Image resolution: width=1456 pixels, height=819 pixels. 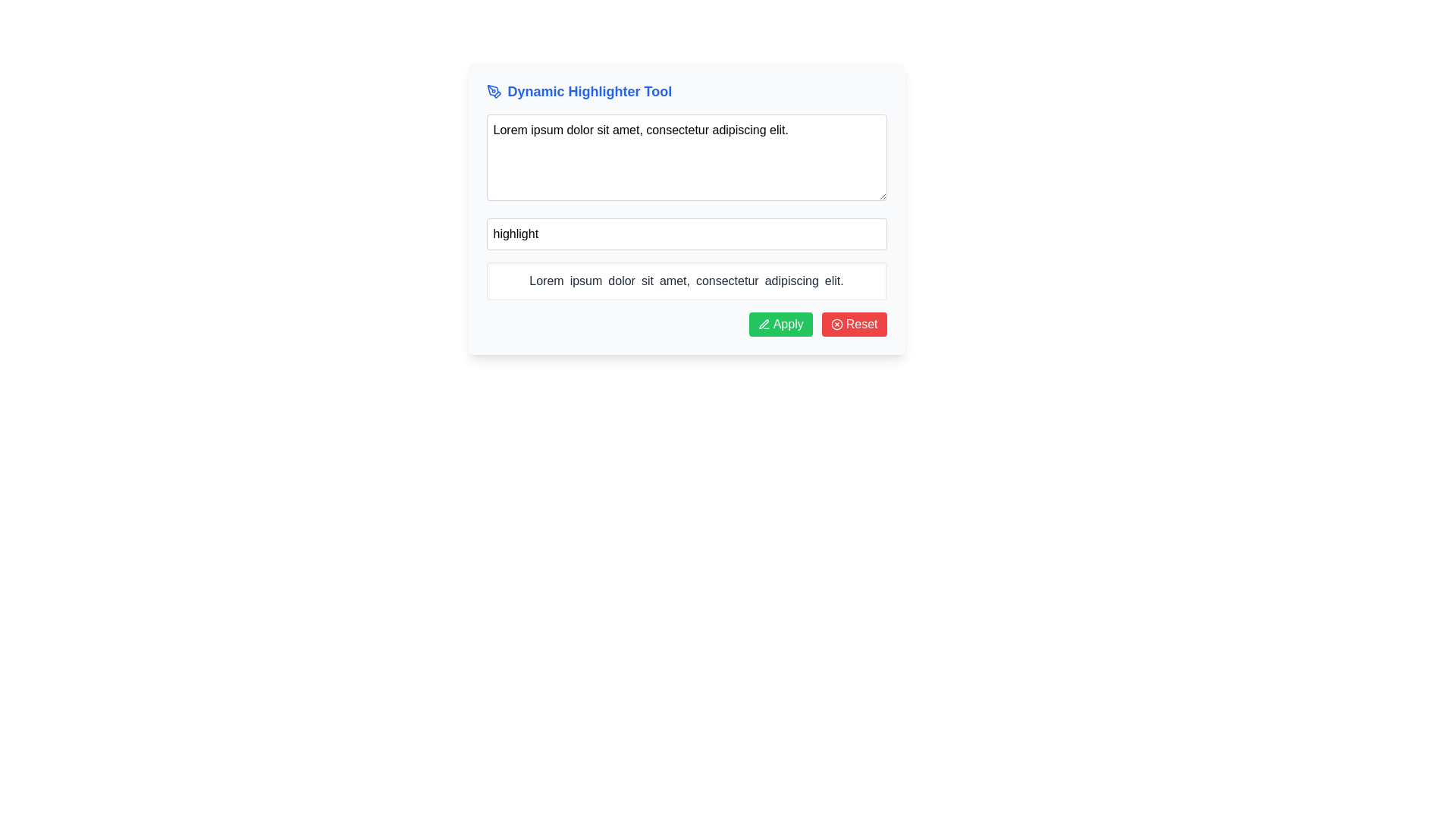 I want to click on the decorative icon located at the leftmost side of the header section containing the text 'Dynamic Highlighter Tool', so click(x=494, y=91).